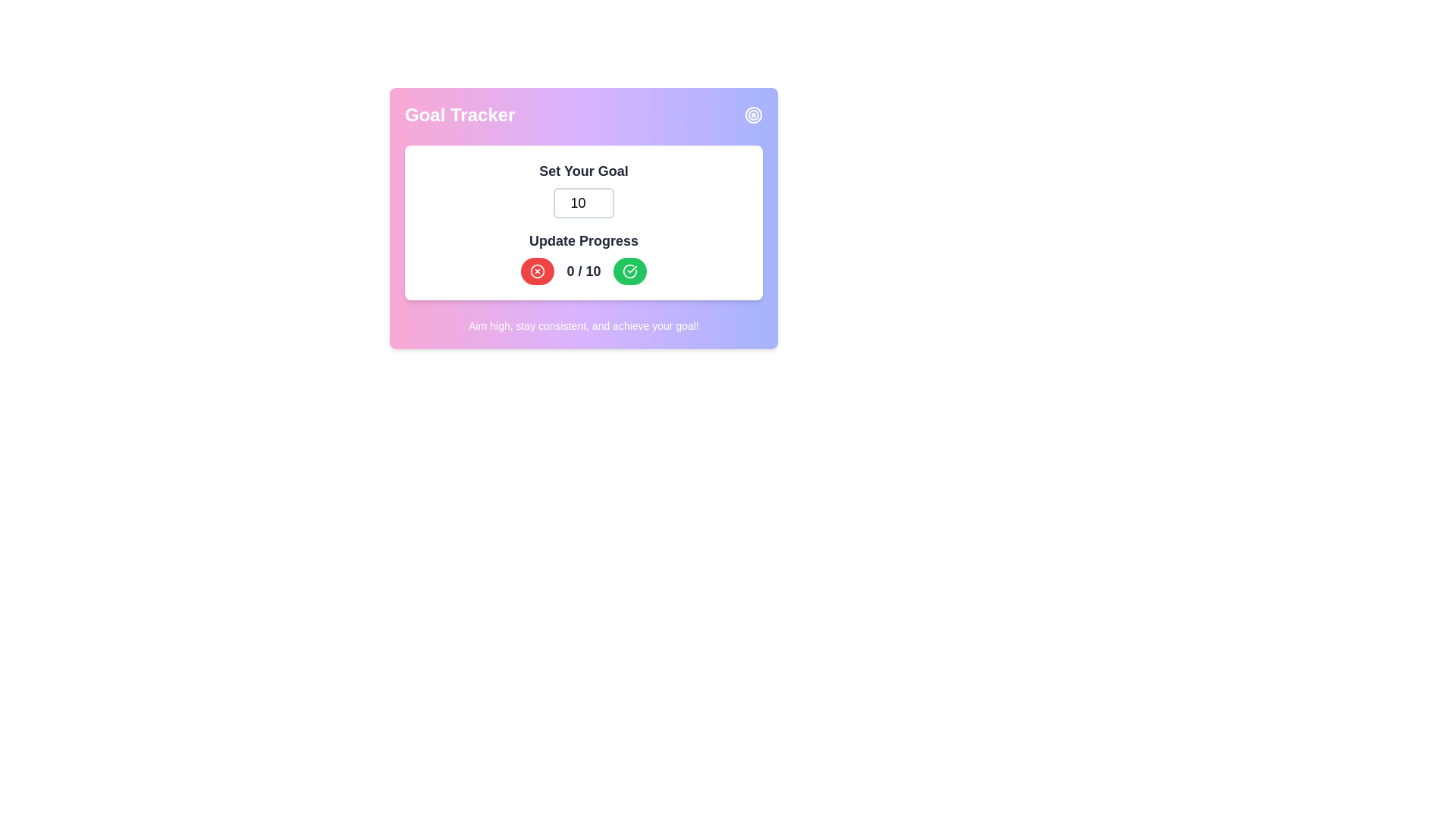 The height and width of the screenshot is (819, 1456). Describe the element at coordinates (582, 271) in the screenshot. I see `the text display that shows the user's progress, specifically indicating '0 / 10', located between the red decrease button and the green increase button in the 'Update Progress' section of the card interface` at that location.